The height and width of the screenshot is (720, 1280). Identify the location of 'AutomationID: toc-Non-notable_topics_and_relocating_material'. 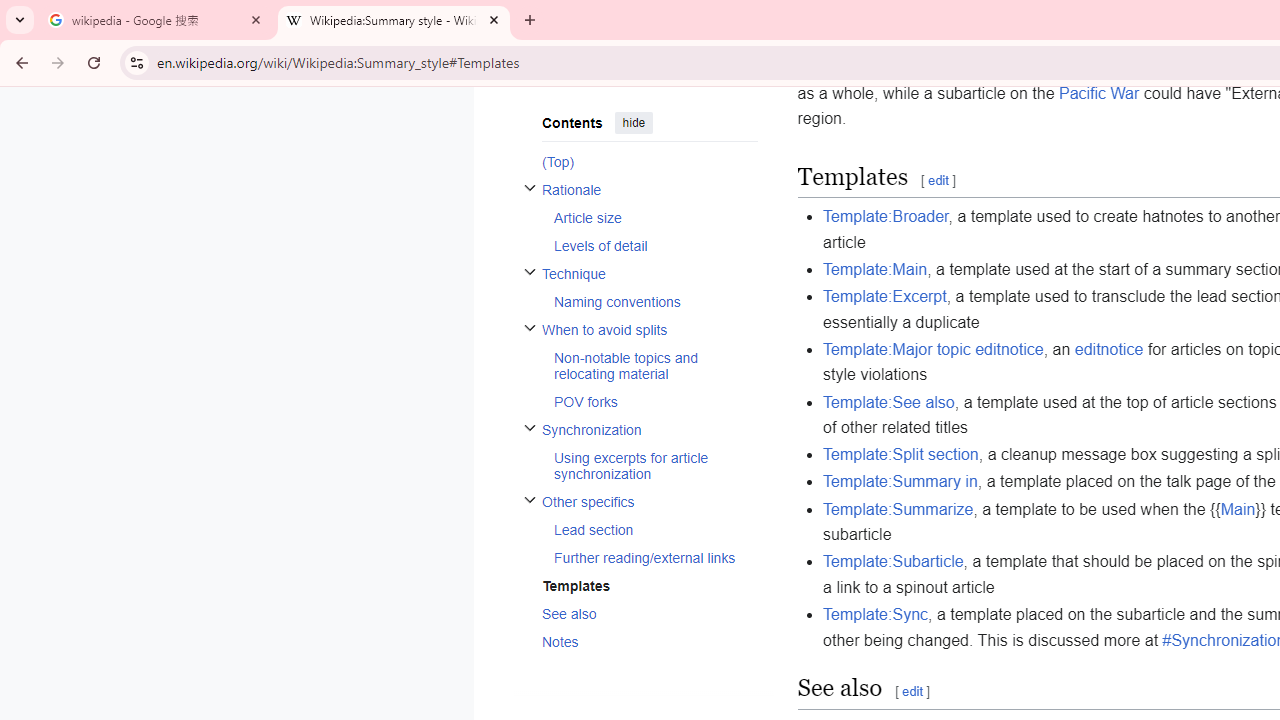
(649, 365).